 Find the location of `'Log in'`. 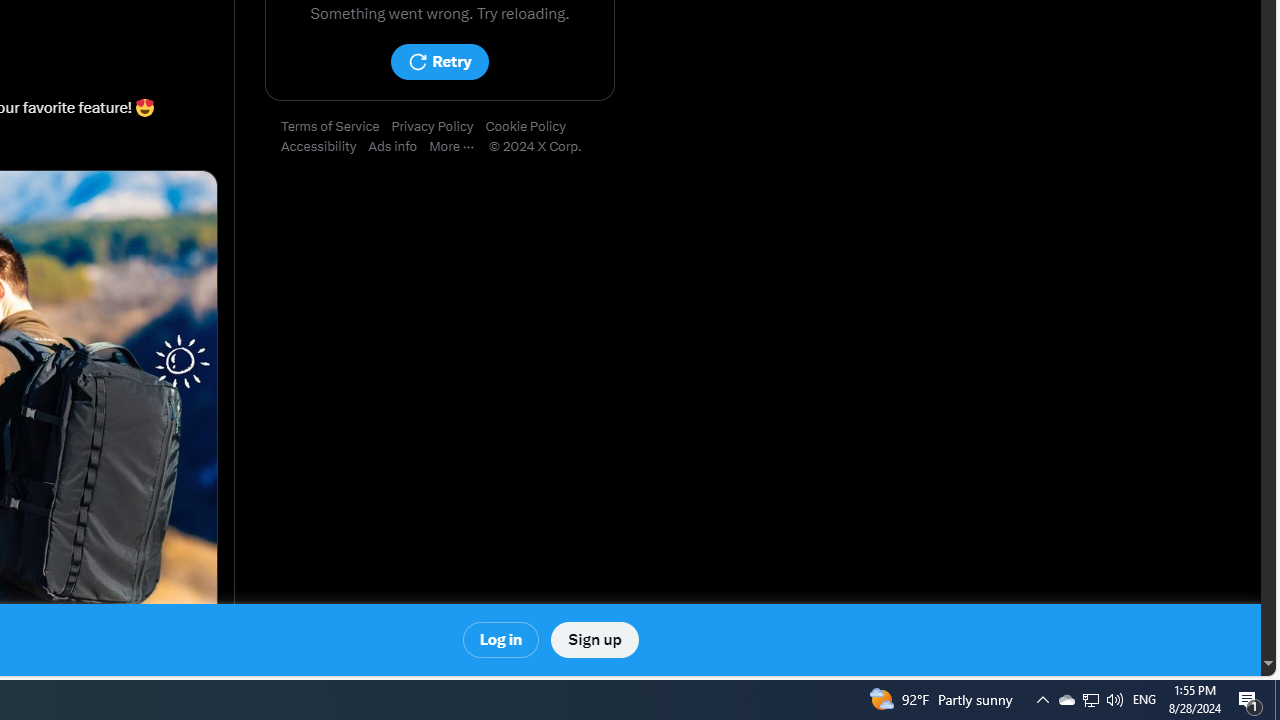

'Log in' is located at coordinates (501, 640).